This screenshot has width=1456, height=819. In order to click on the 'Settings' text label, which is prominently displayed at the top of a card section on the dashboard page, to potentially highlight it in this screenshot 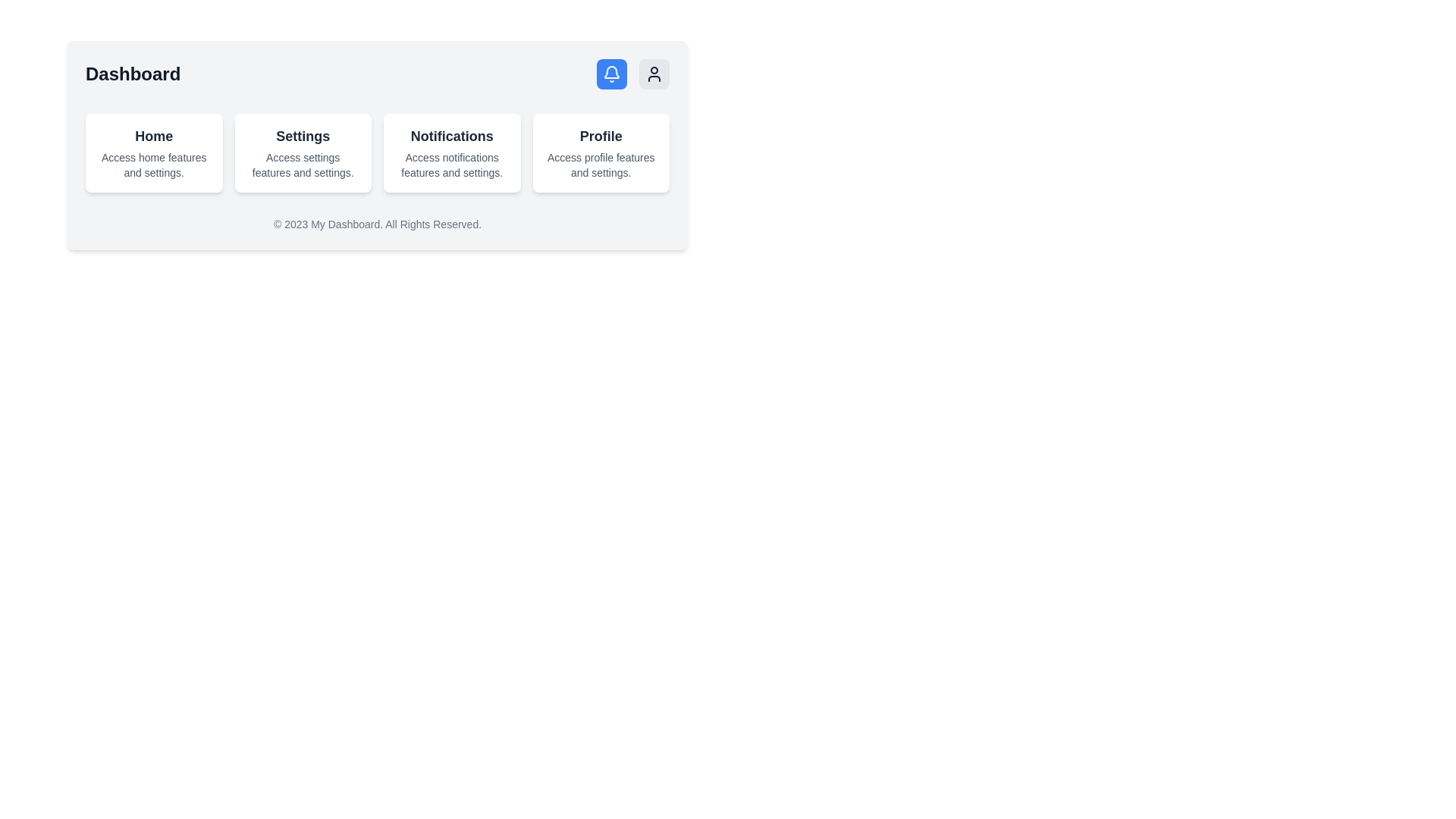, I will do `click(303, 136)`.